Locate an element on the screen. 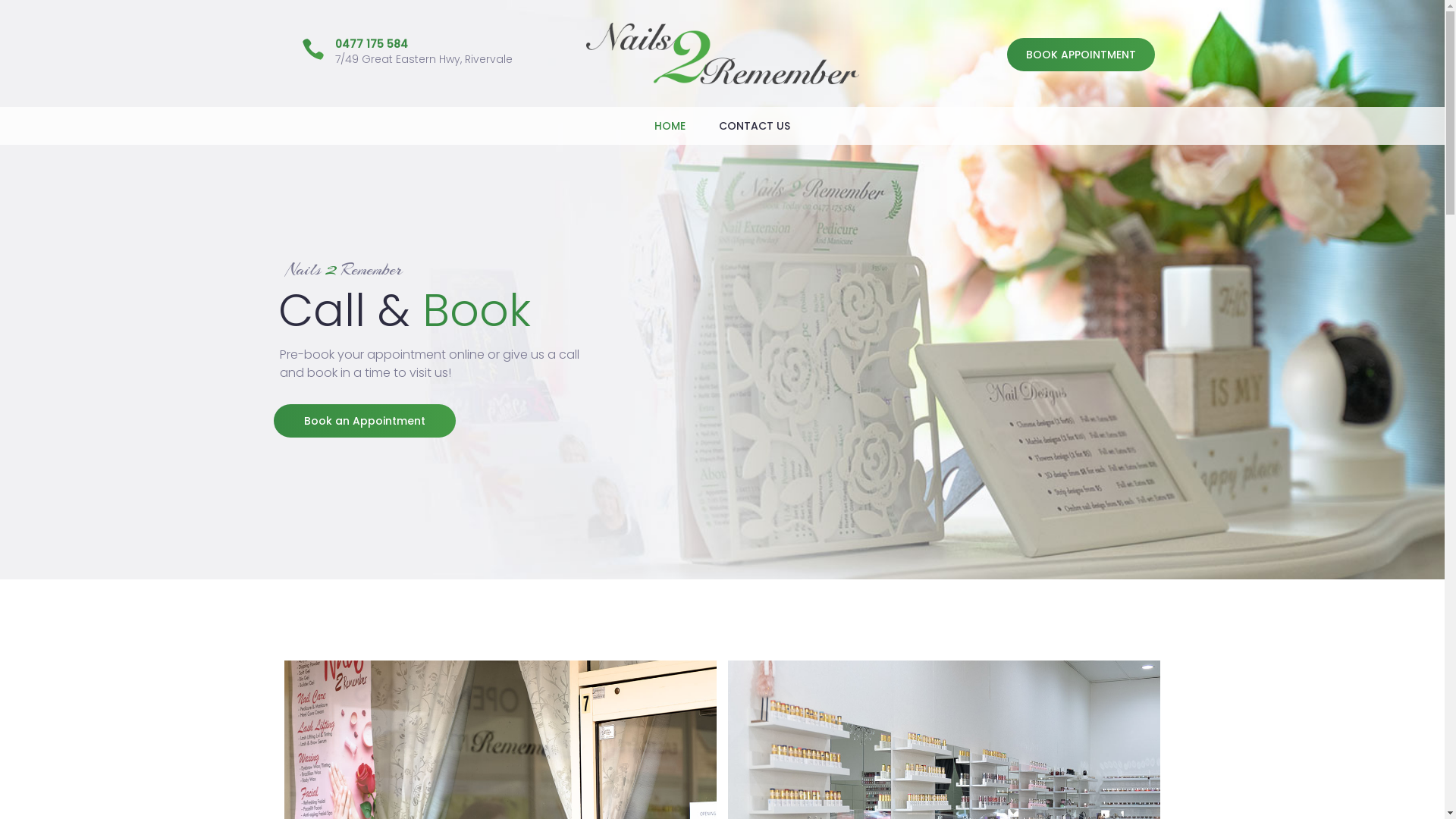  'BOOK APPOINTMENT' is located at coordinates (1080, 54).